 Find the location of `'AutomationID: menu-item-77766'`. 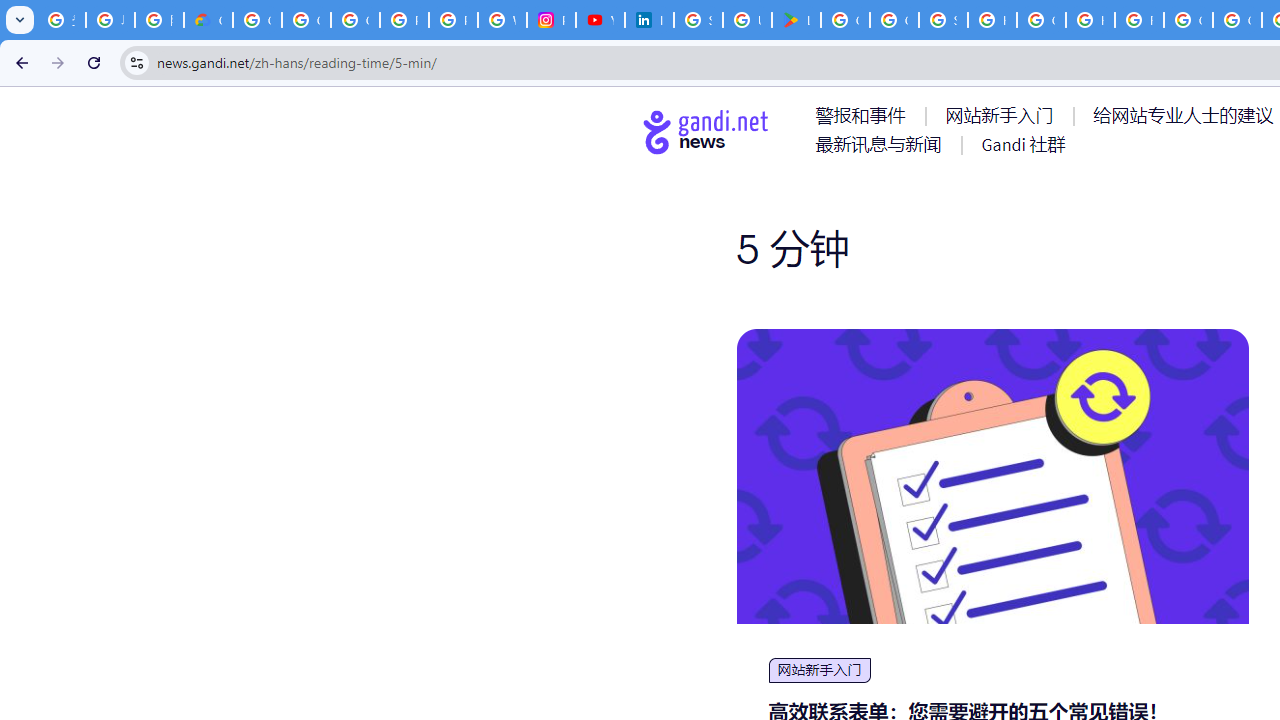

'AutomationID: menu-item-77766' is located at coordinates (881, 143).